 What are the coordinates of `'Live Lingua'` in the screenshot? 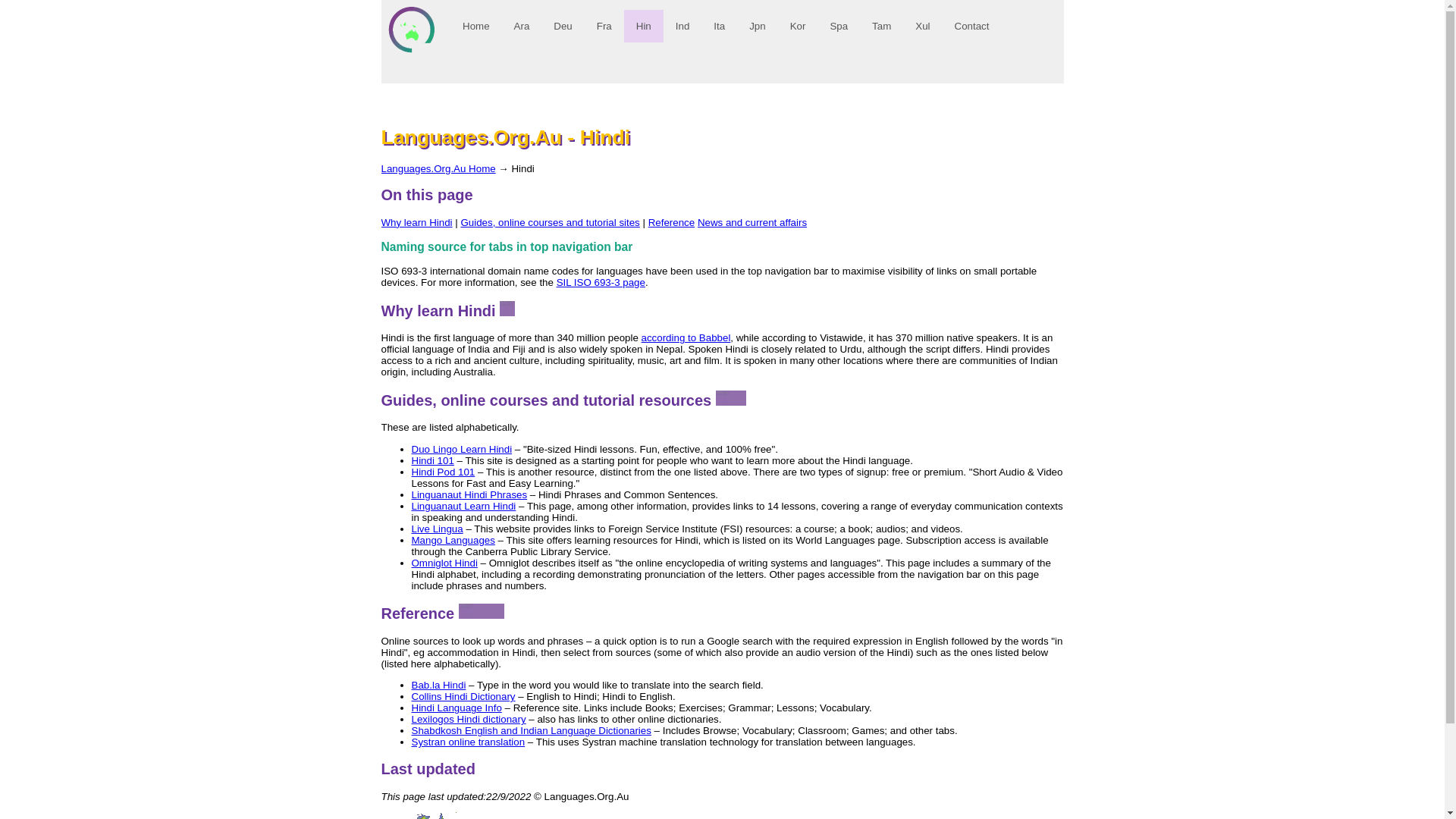 It's located at (436, 528).